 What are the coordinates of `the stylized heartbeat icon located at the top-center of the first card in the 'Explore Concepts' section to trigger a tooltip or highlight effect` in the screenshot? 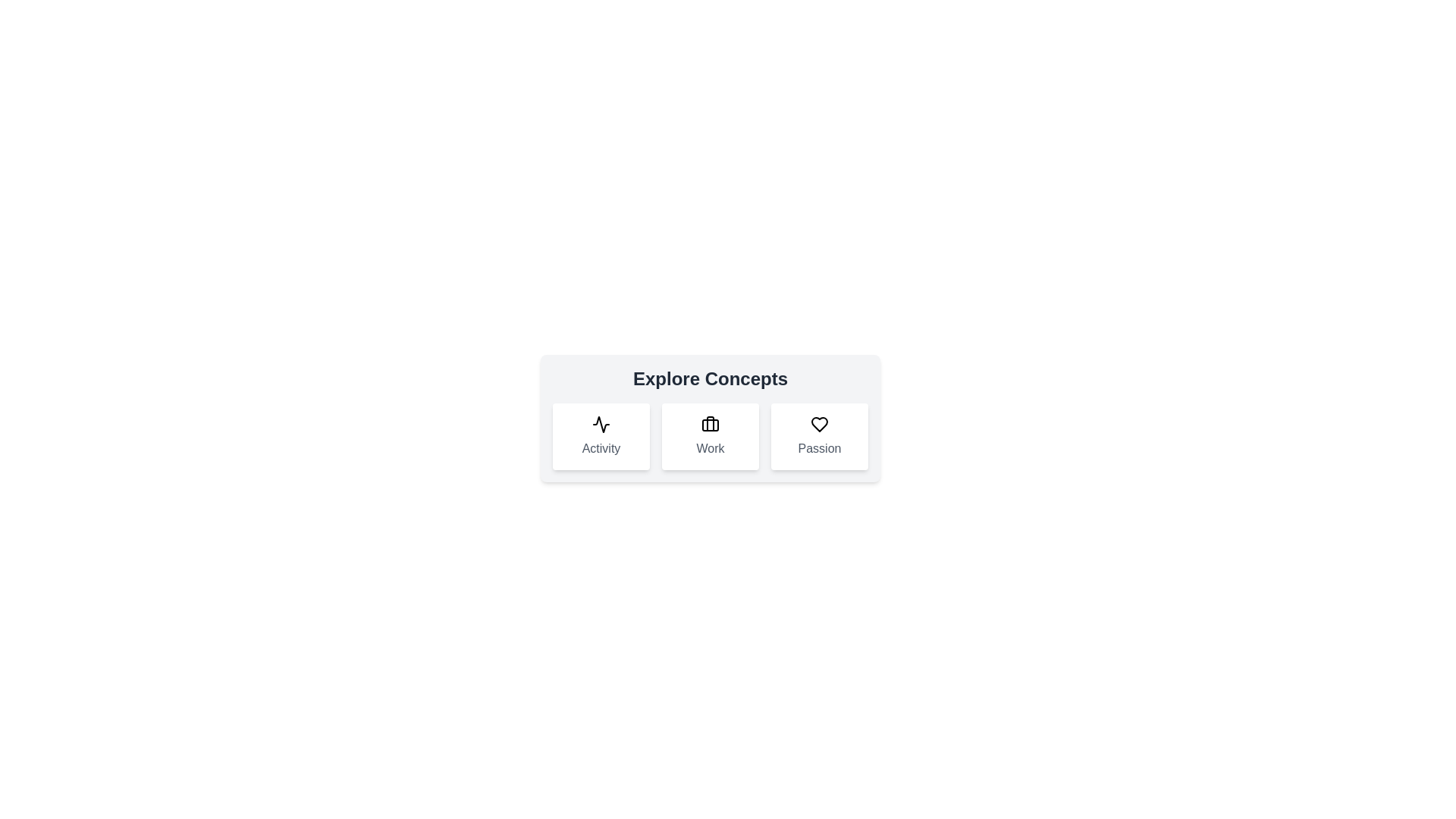 It's located at (600, 424).